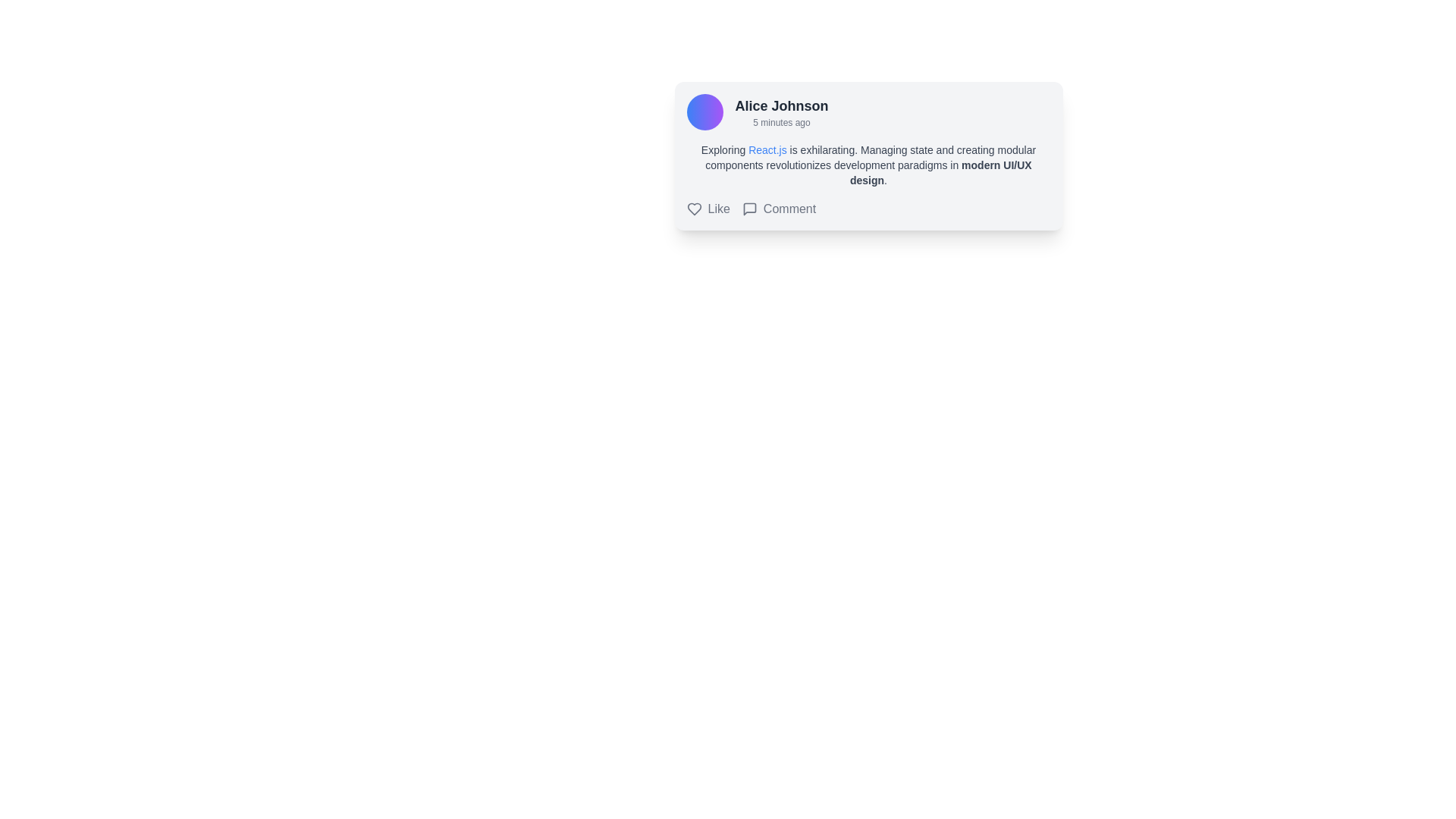 The width and height of the screenshot is (1456, 819). What do you see at coordinates (789, 209) in the screenshot?
I see `the 'Comment' text label, which is displayed in gray font and is positioned to the right of a speech bubble icon, located below the main content of the card` at bounding box center [789, 209].